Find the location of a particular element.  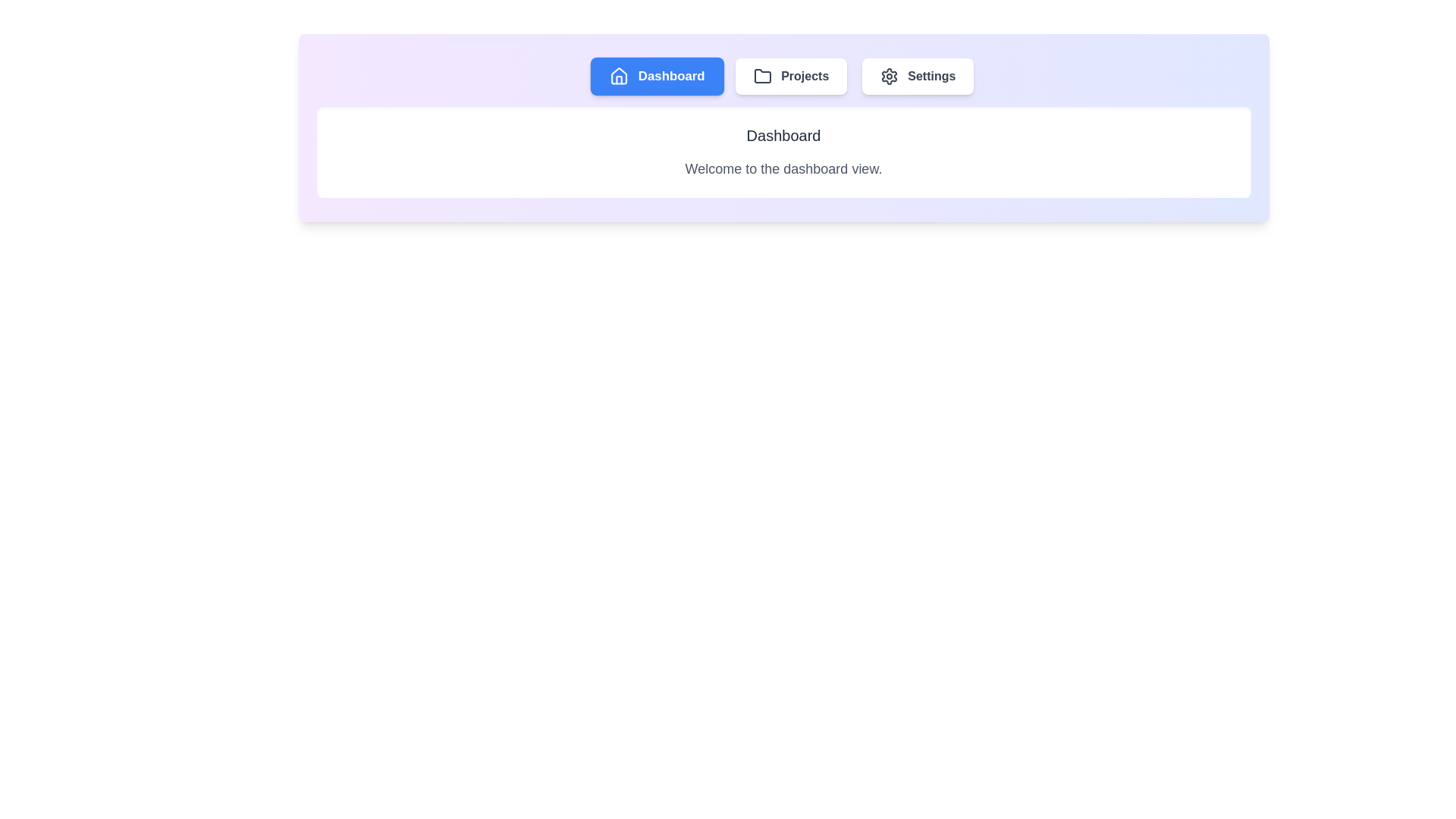

the Dashboard tab to view its content is located at coordinates (657, 76).